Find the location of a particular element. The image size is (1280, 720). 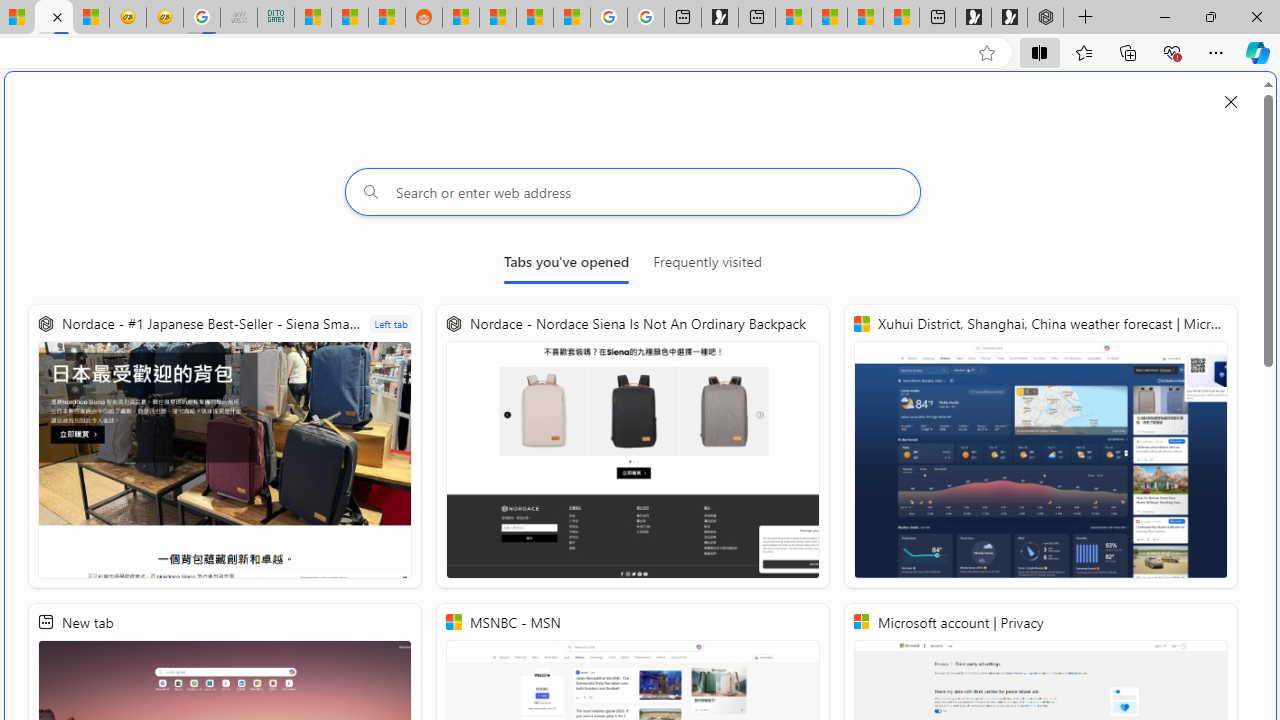

'Close tab' is located at coordinates (57, 17).